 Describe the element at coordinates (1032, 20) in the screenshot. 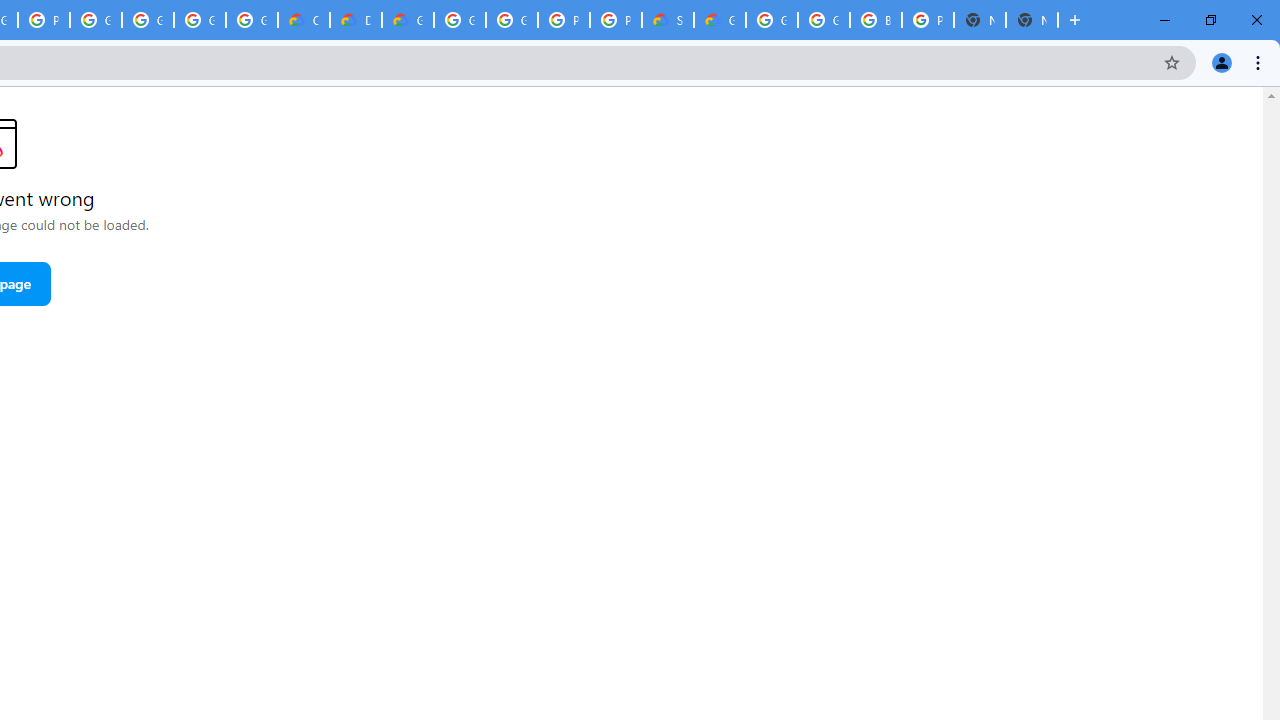

I see `'New Tab'` at that location.